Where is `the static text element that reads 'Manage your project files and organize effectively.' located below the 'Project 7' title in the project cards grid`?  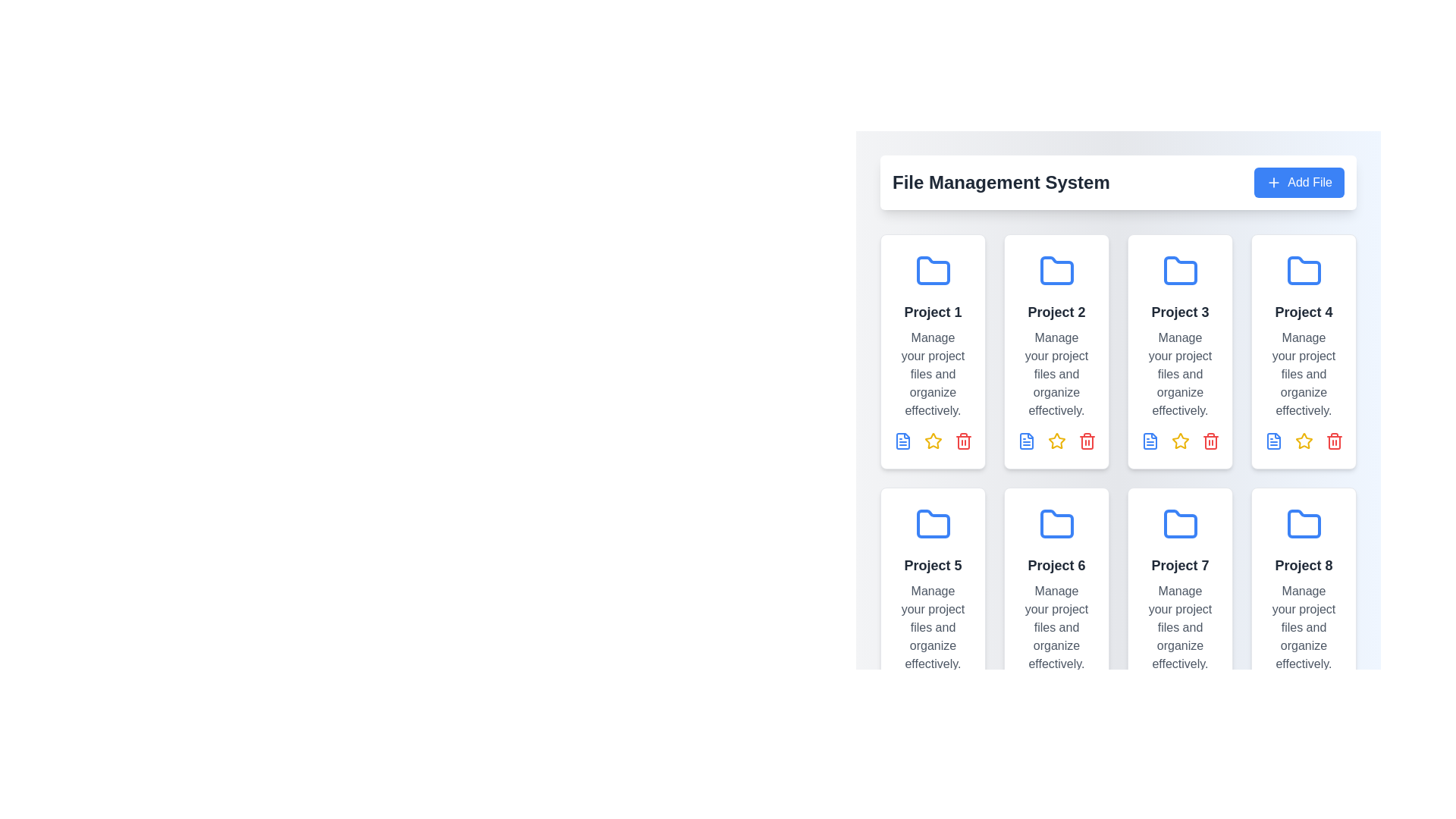
the static text element that reads 'Manage your project files and organize effectively.' located below the 'Project 7' title in the project cards grid is located at coordinates (1179, 628).